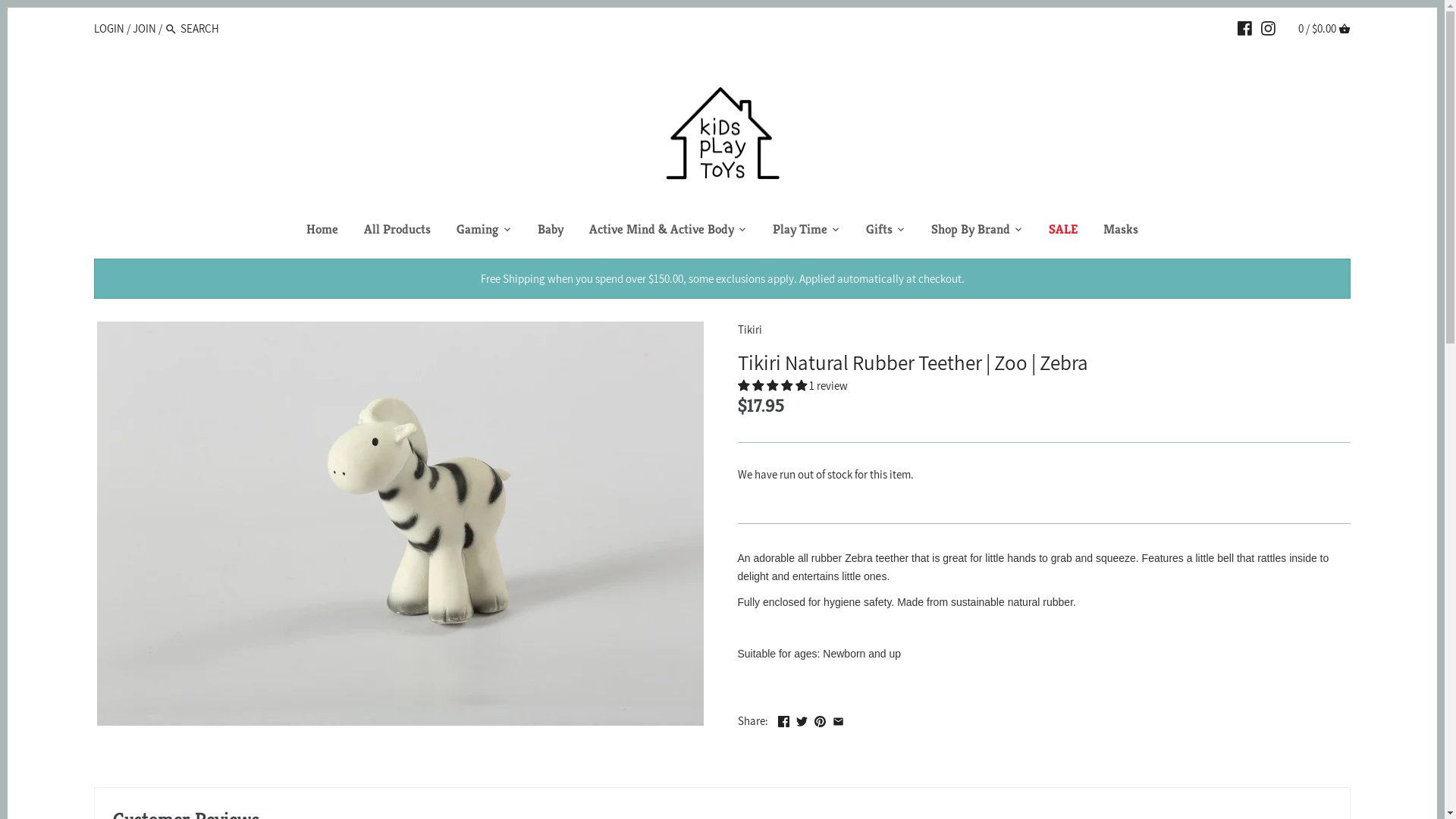 The image size is (1456, 819). What do you see at coordinates (108, 28) in the screenshot?
I see `'LOGIN'` at bounding box center [108, 28].